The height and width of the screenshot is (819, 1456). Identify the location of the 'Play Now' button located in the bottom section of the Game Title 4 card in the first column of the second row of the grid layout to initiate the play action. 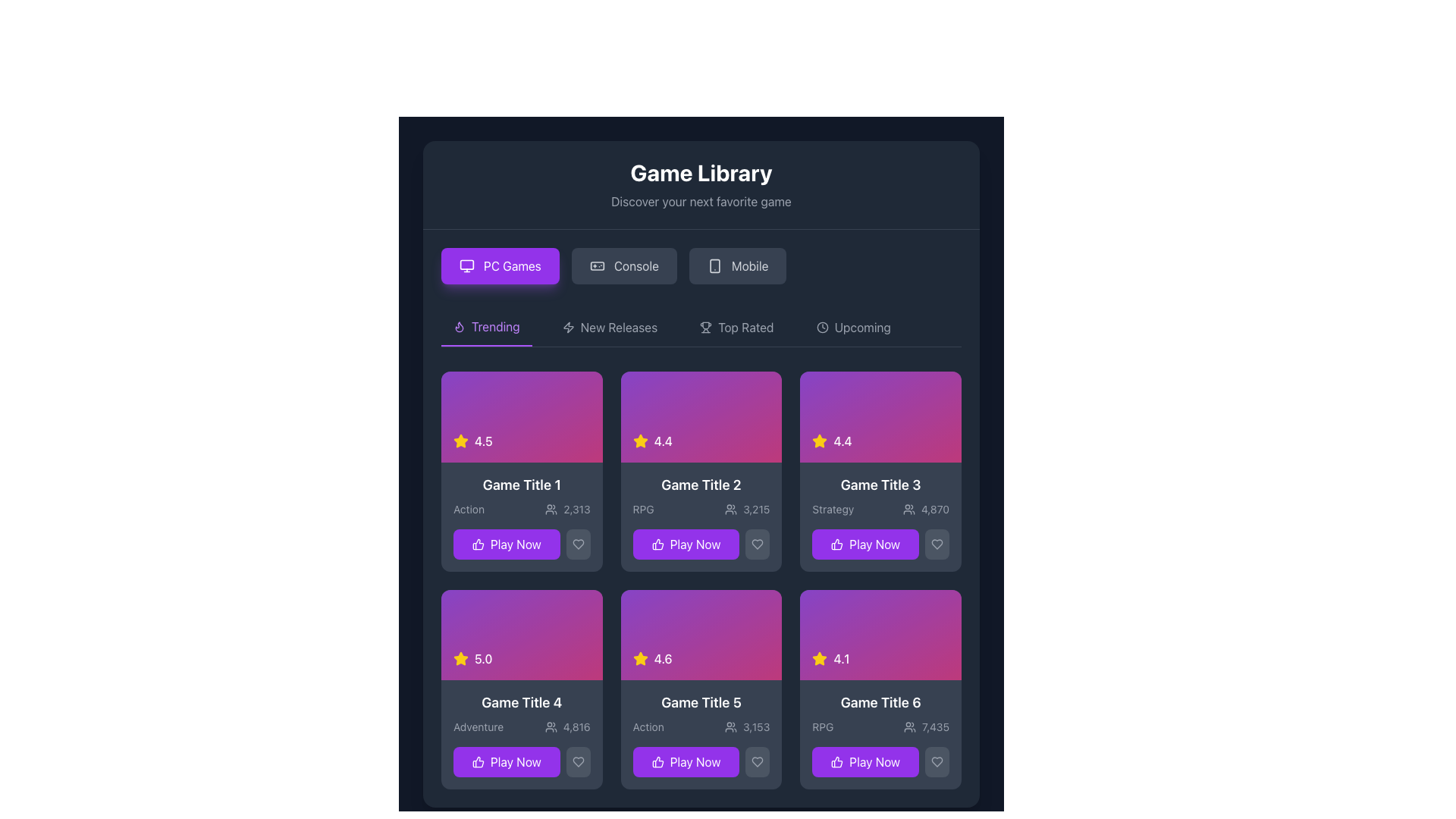
(507, 762).